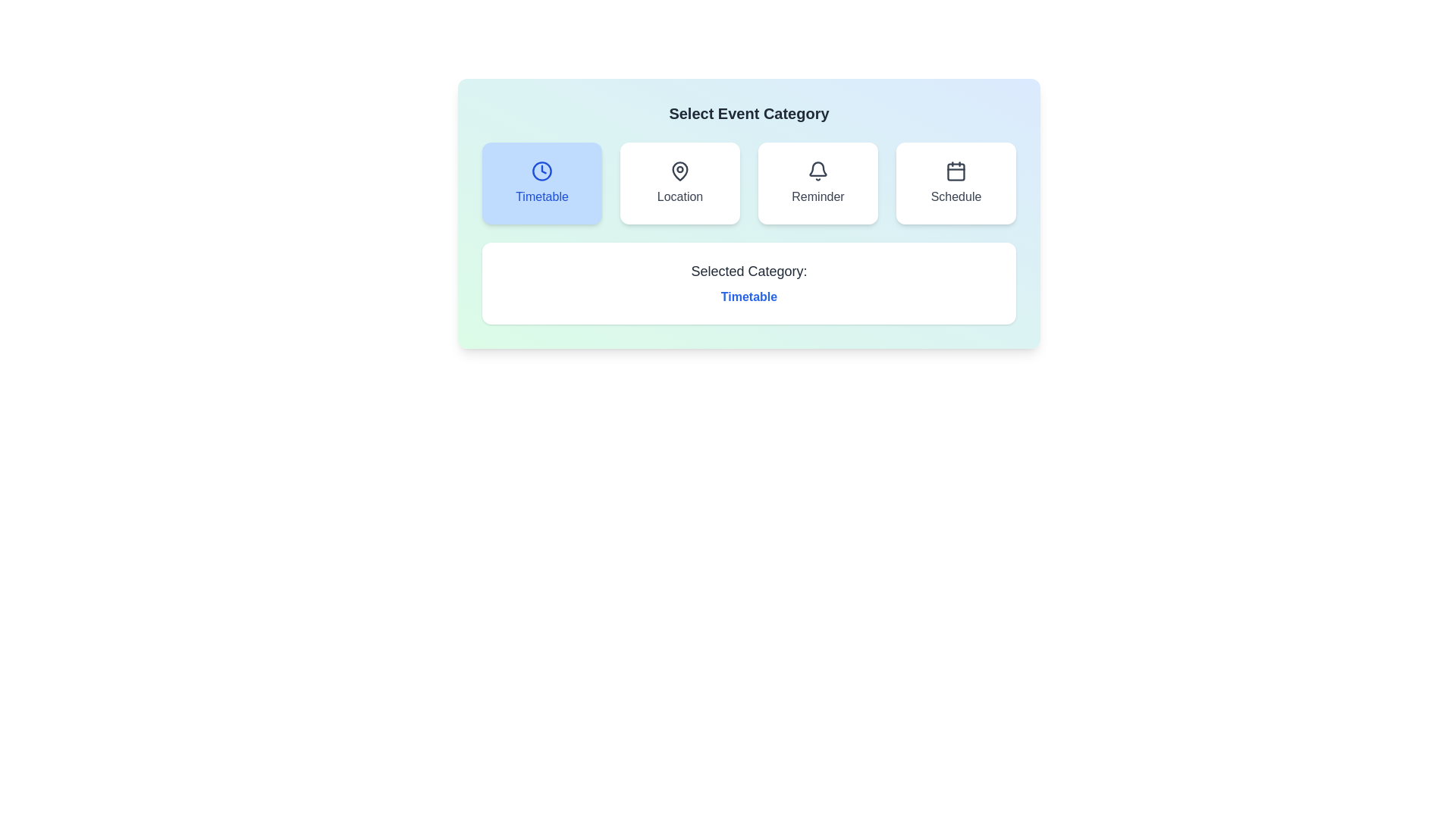  What do you see at coordinates (955, 183) in the screenshot?
I see `the button labeled Schedule to observe its hover effect` at bounding box center [955, 183].